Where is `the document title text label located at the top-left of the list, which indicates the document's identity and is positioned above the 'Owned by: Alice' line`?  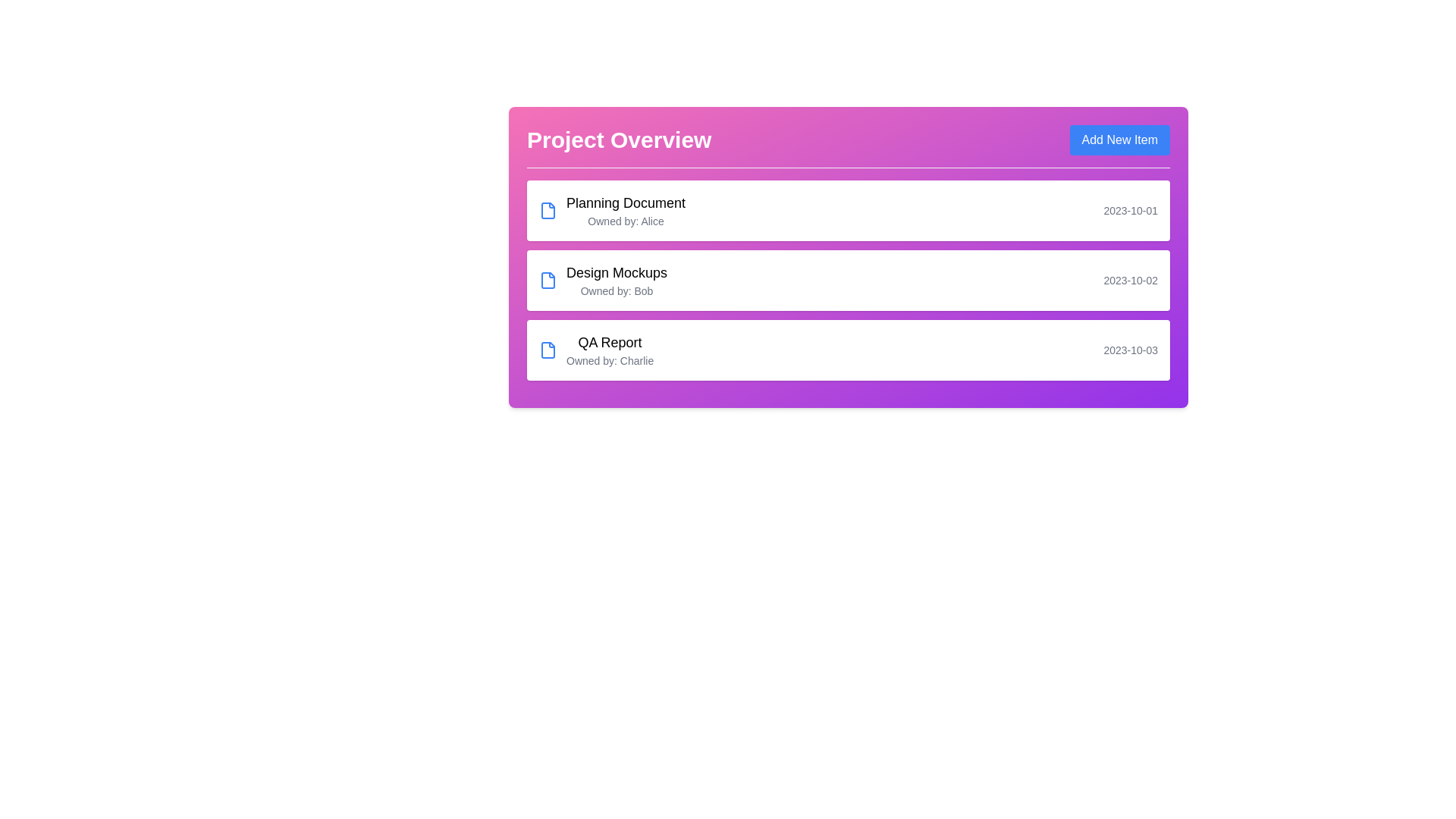
the document title text label located at the top-left of the list, which indicates the document's identity and is positioned above the 'Owned by: Alice' line is located at coordinates (626, 202).